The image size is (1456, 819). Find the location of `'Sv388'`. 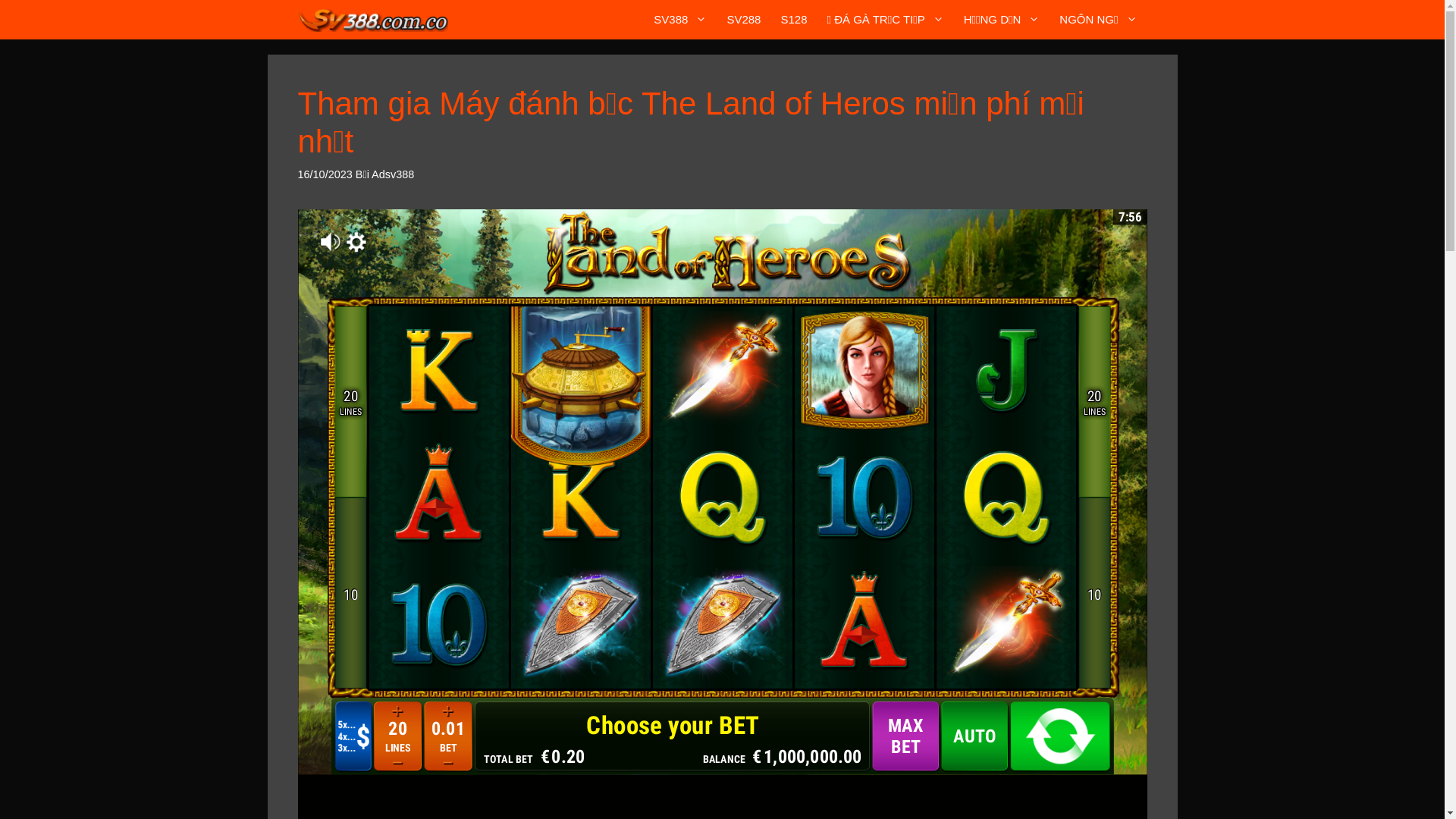

'Sv388' is located at coordinates (372, 20).